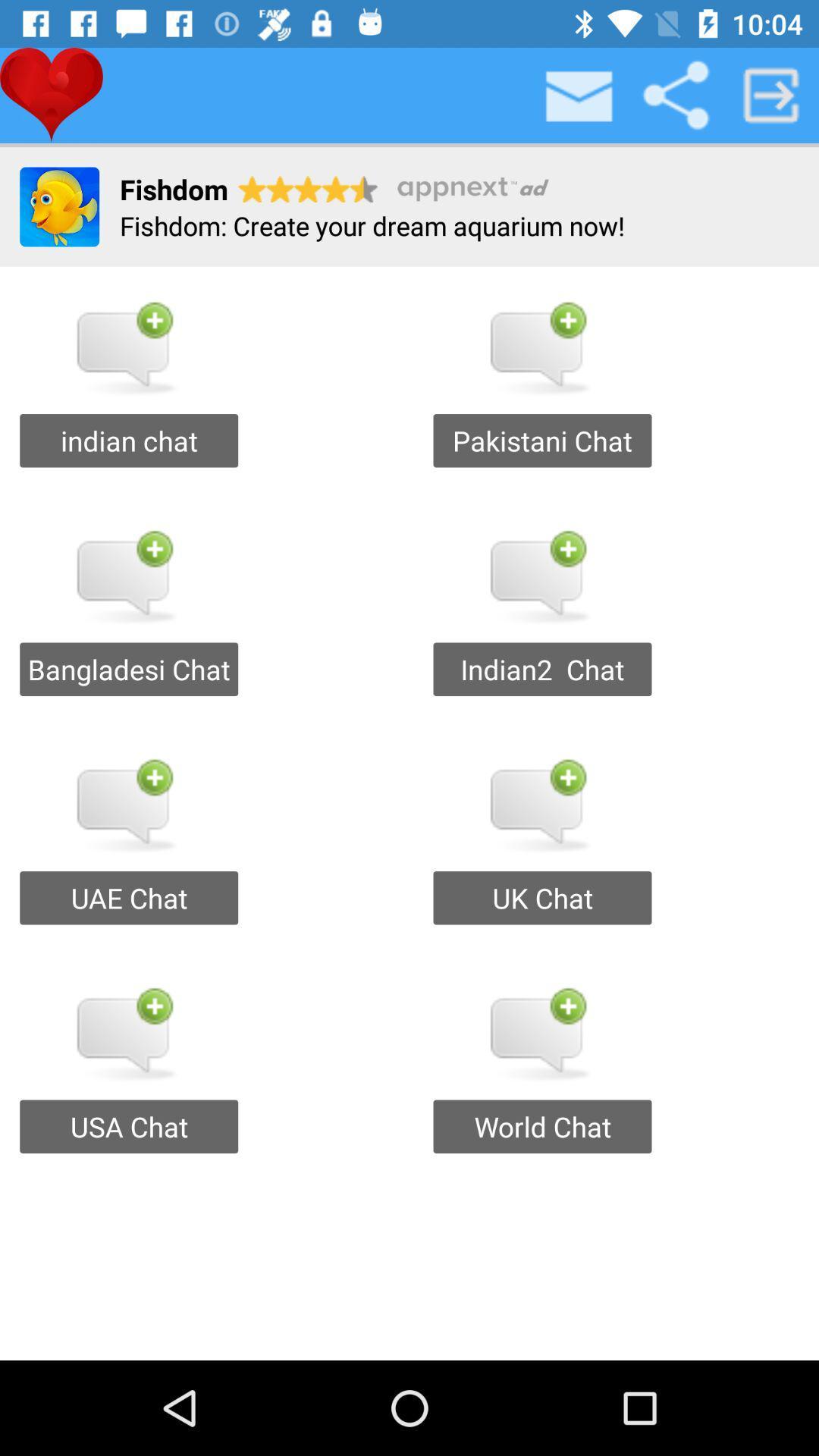  I want to click on the next page, so click(771, 94).